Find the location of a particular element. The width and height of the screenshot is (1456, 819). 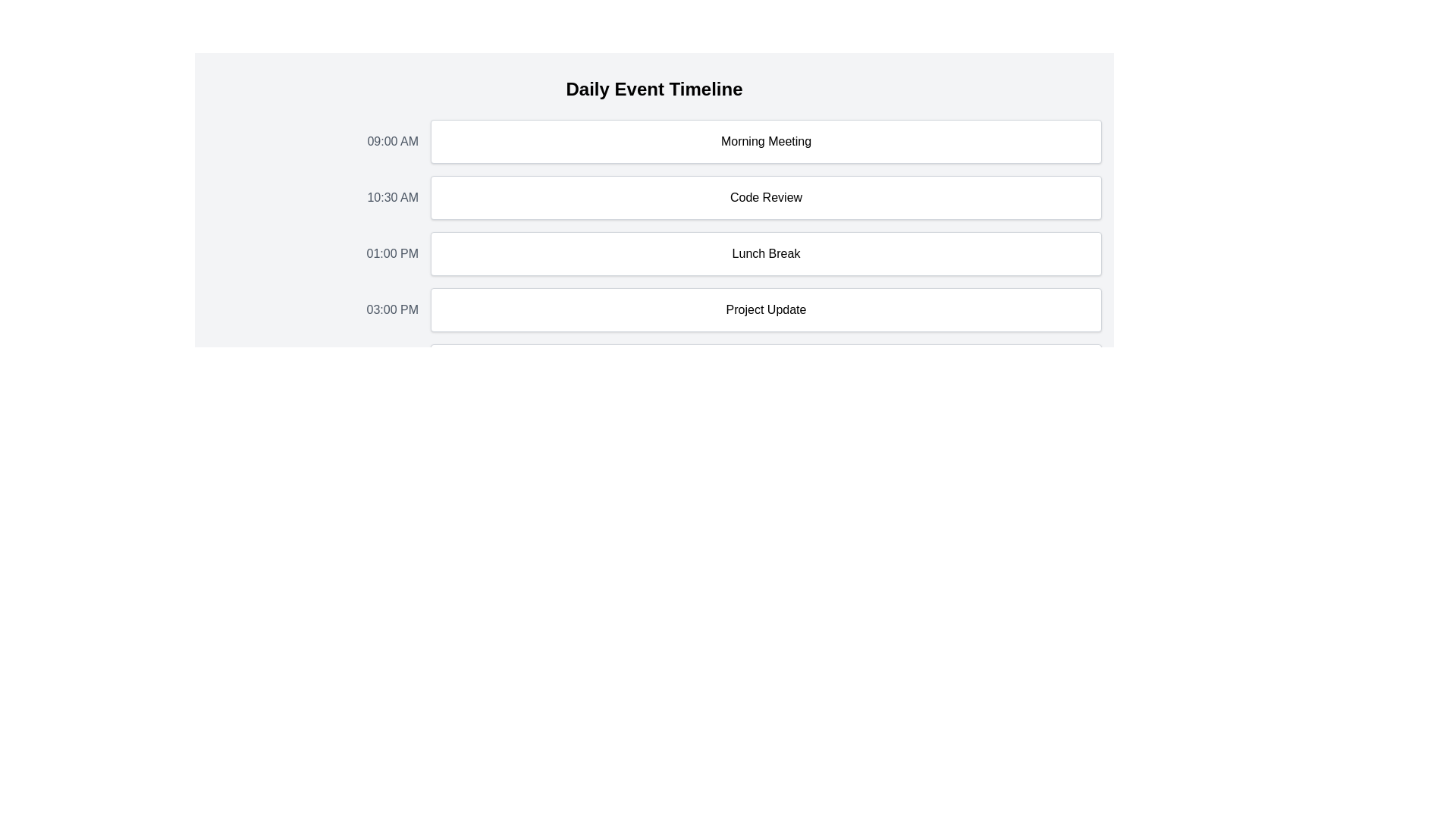

the third schedule entry in the timeline, which displays '01:00 PM' on the left and 'Lunch Break' in a white box next to it for scheduling purposes is located at coordinates (654, 253).